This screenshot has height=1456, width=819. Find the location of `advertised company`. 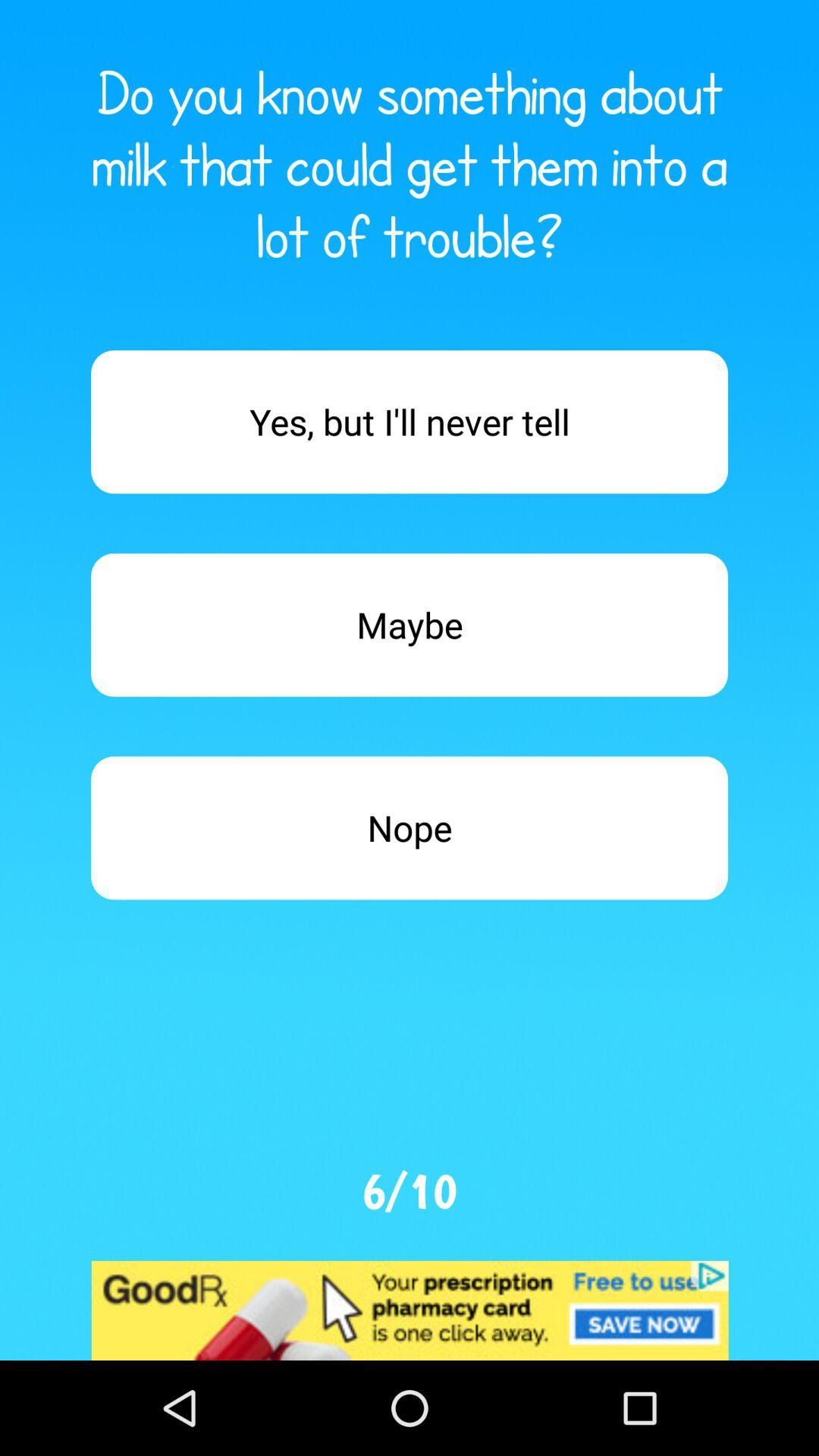

advertised company is located at coordinates (409, 1310).